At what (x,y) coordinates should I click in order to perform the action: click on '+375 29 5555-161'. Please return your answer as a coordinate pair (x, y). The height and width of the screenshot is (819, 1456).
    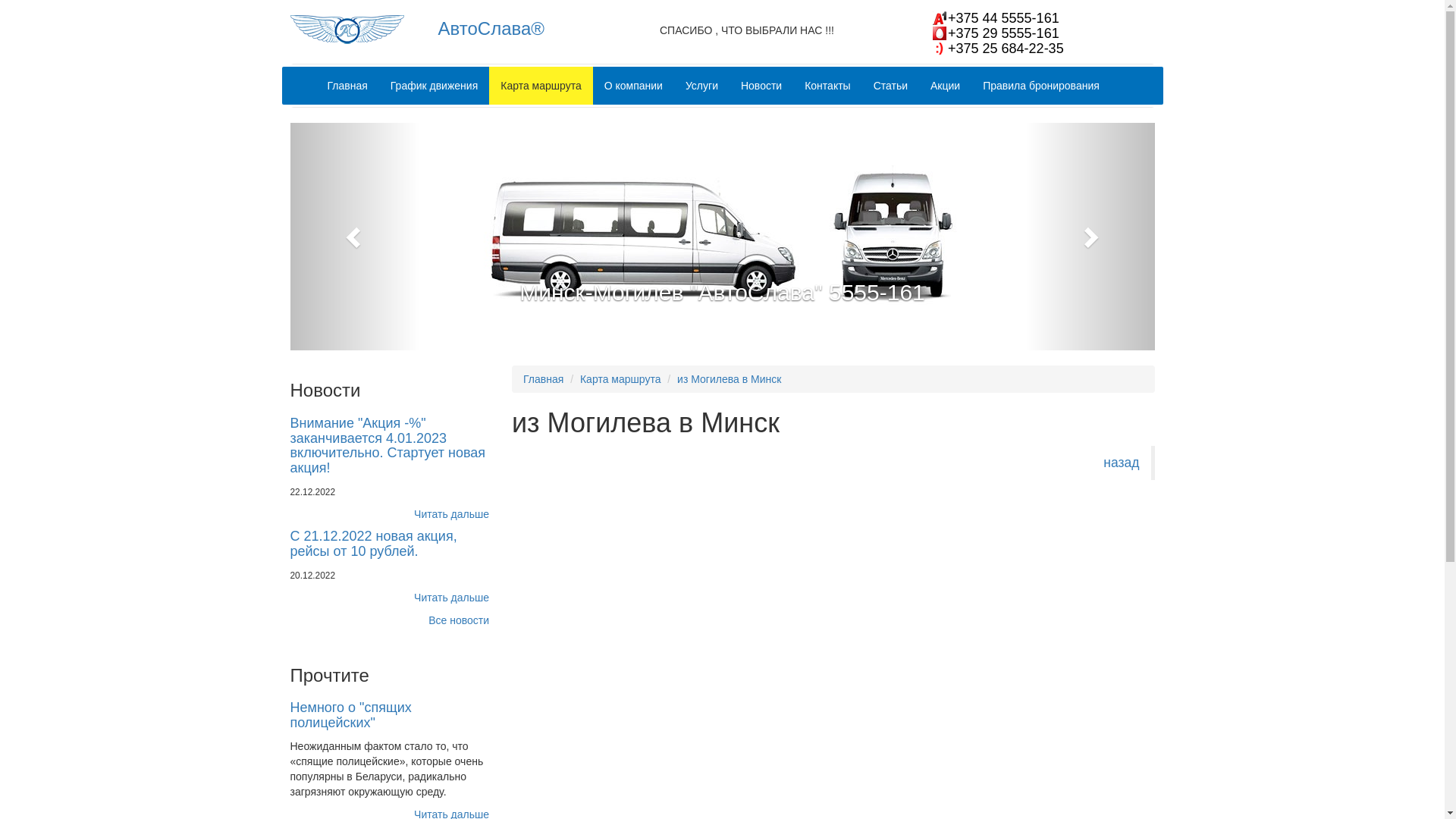
    Looking at the image, I should click on (996, 33).